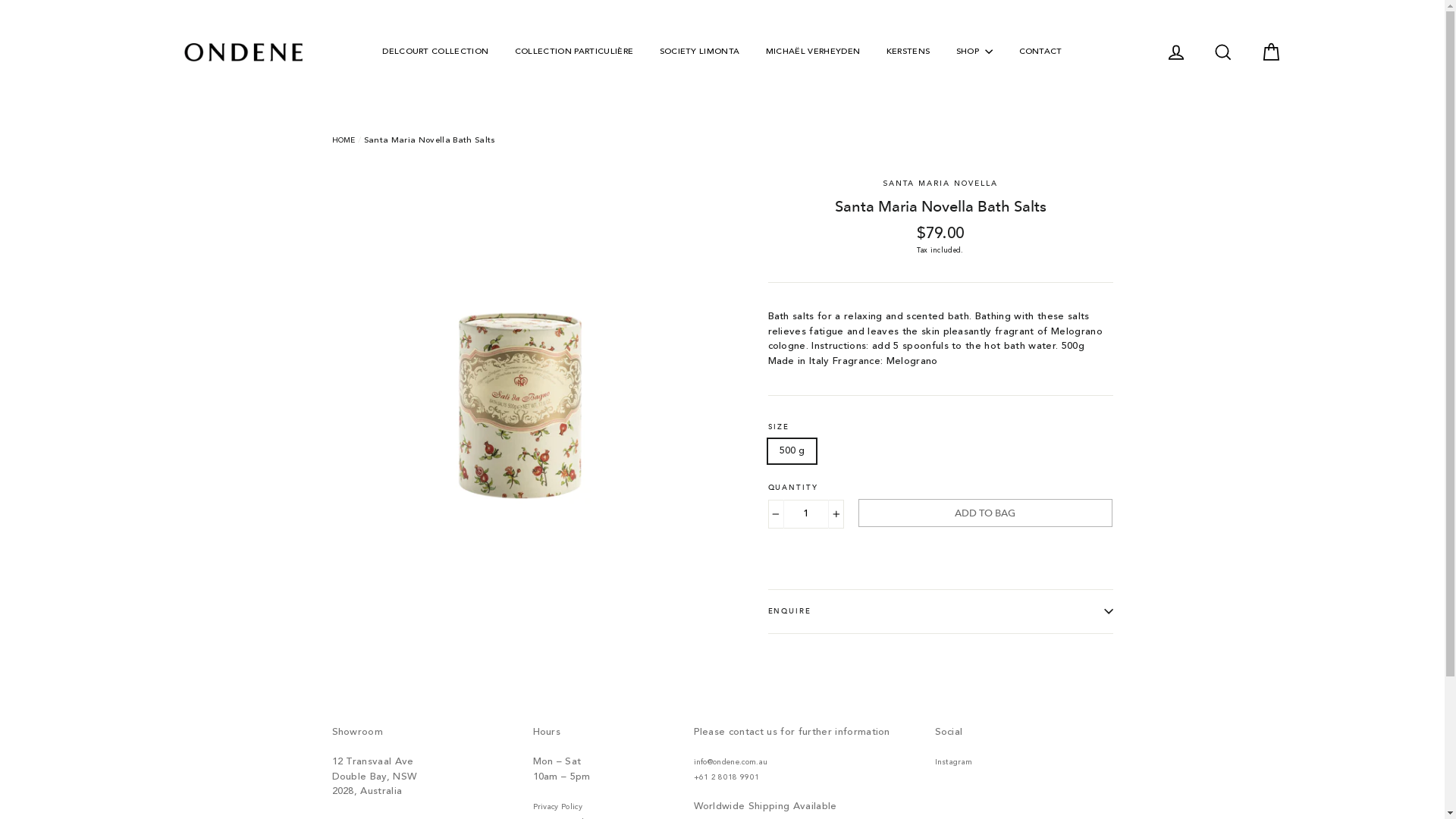  Describe the element at coordinates (730, 762) in the screenshot. I see `'info@ondene.com.au'` at that location.